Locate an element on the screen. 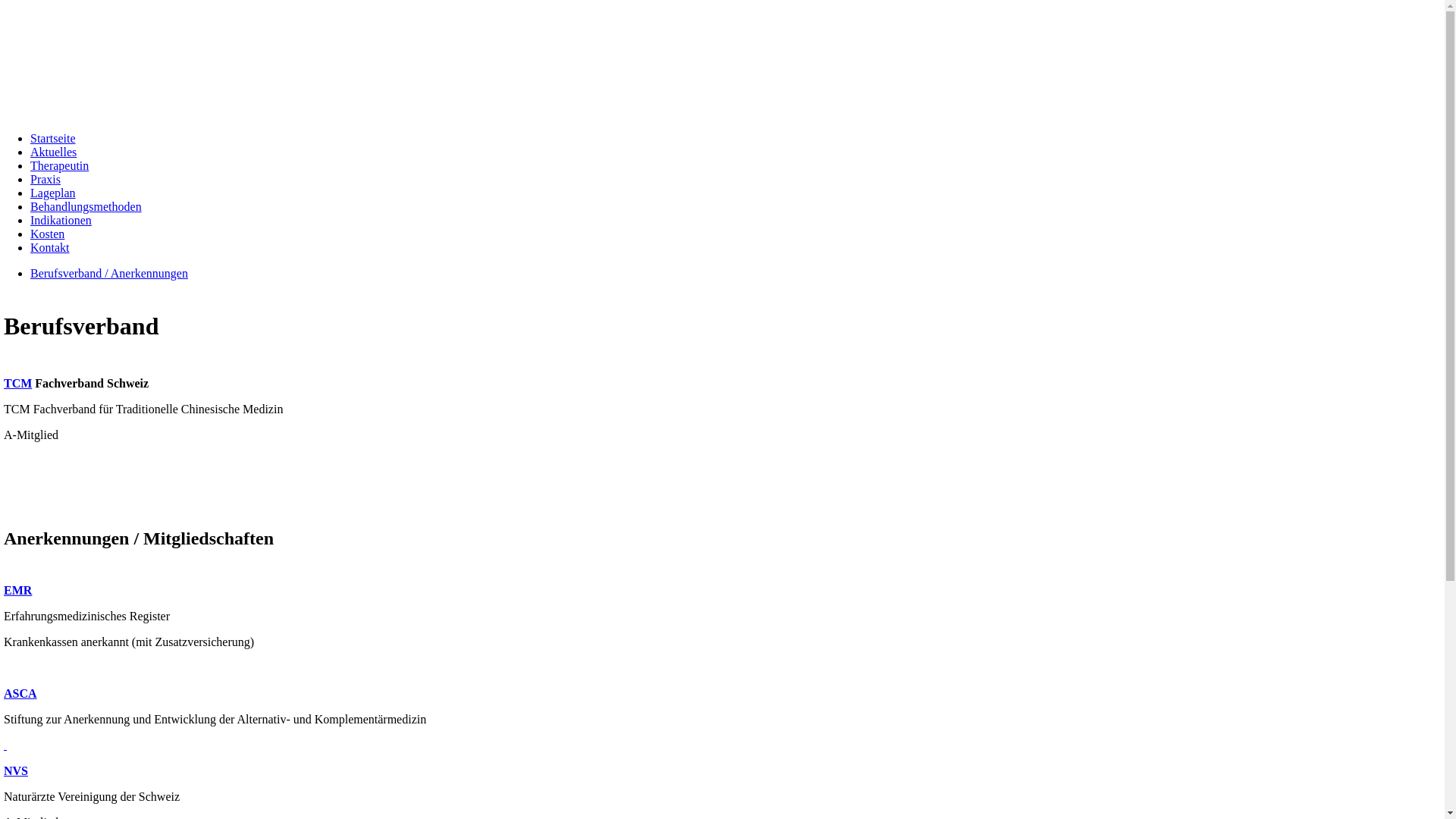 Image resolution: width=1456 pixels, height=819 pixels. 'Praxis' is located at coordinates (30, 178).